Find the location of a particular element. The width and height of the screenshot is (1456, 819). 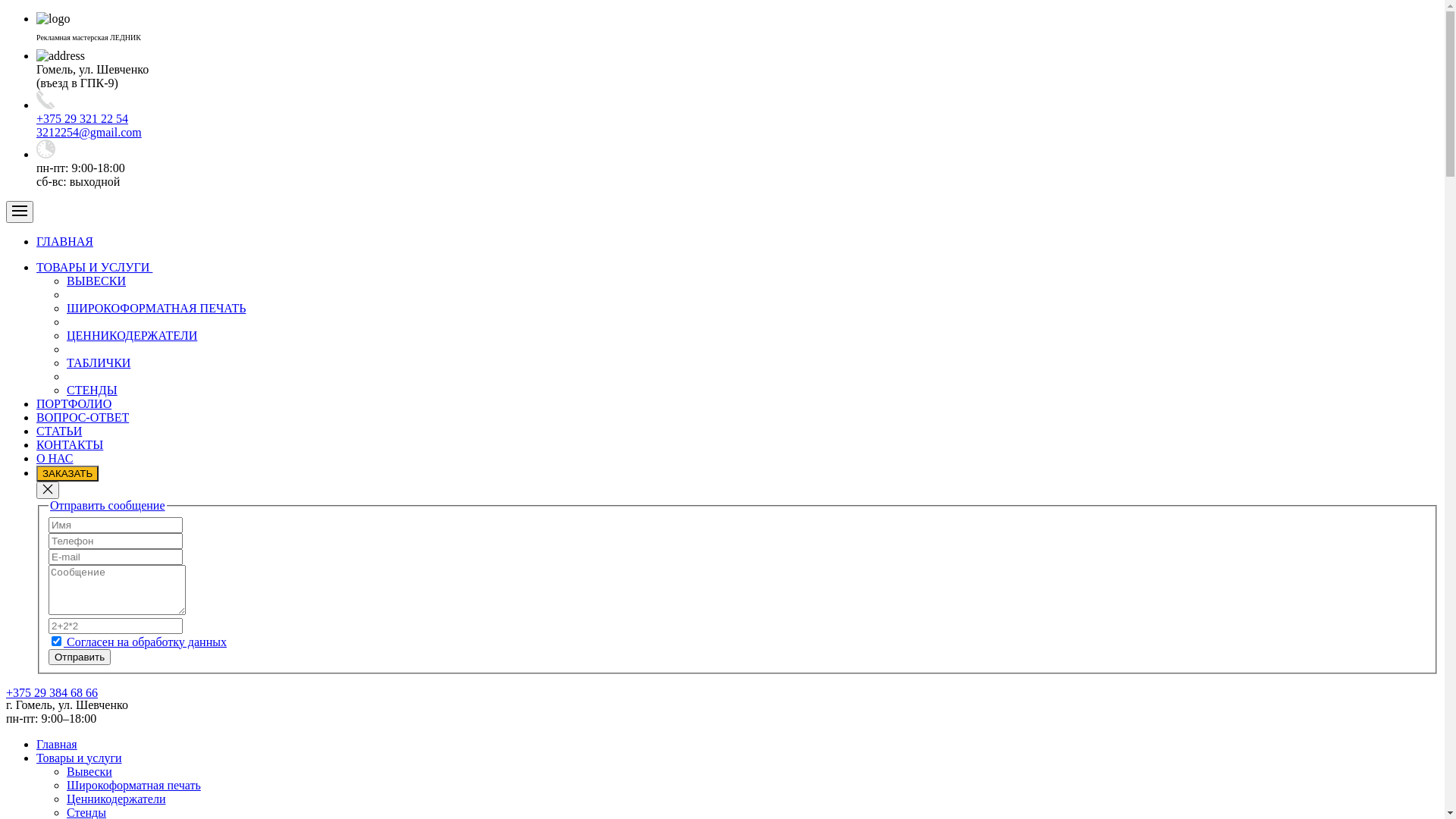

'+375 29 321 22 54' is located at coordinates (81, 118).